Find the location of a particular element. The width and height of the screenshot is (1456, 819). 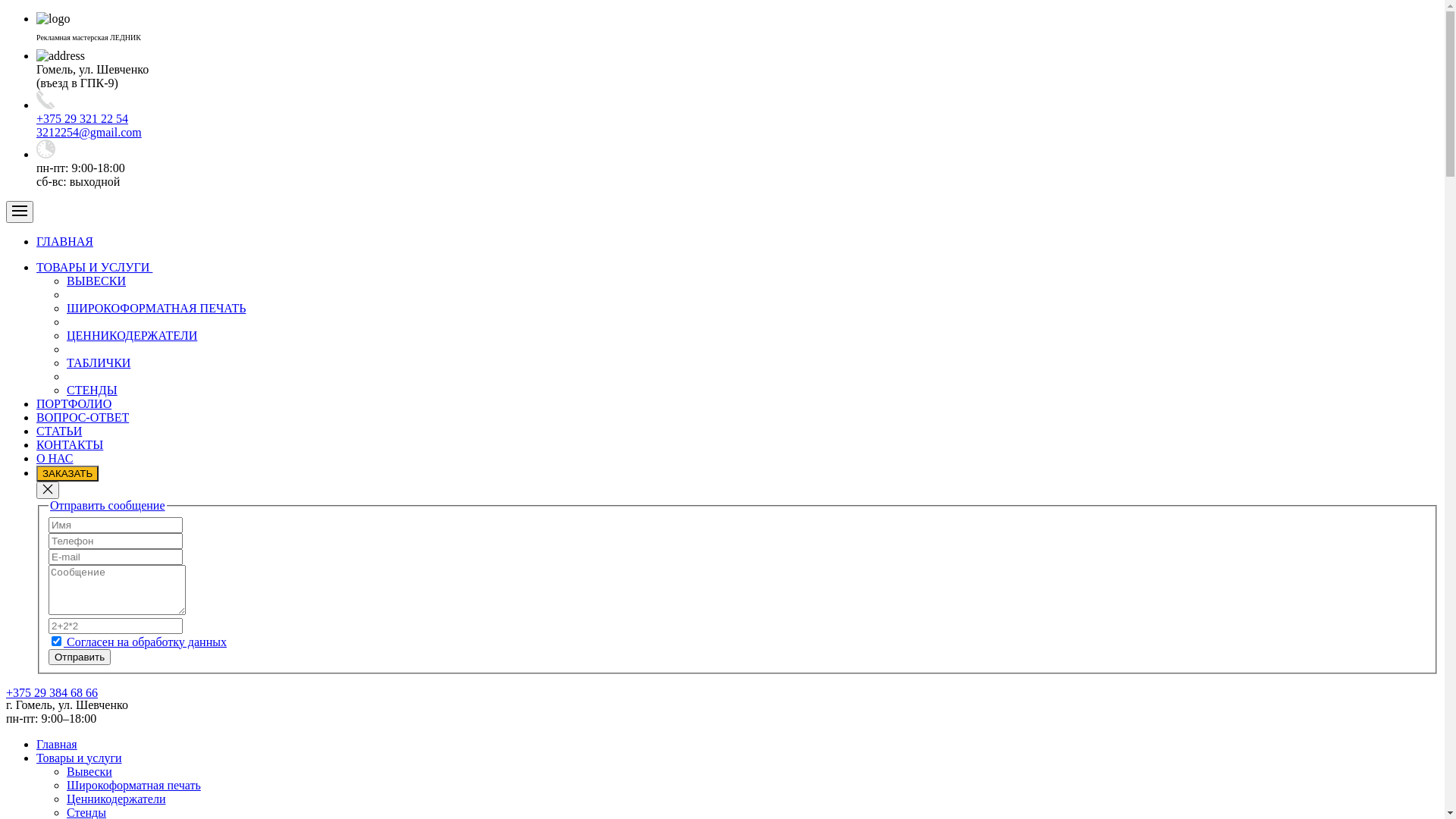

'+375 29 321 22 54' is located at coordinates (81, 118).